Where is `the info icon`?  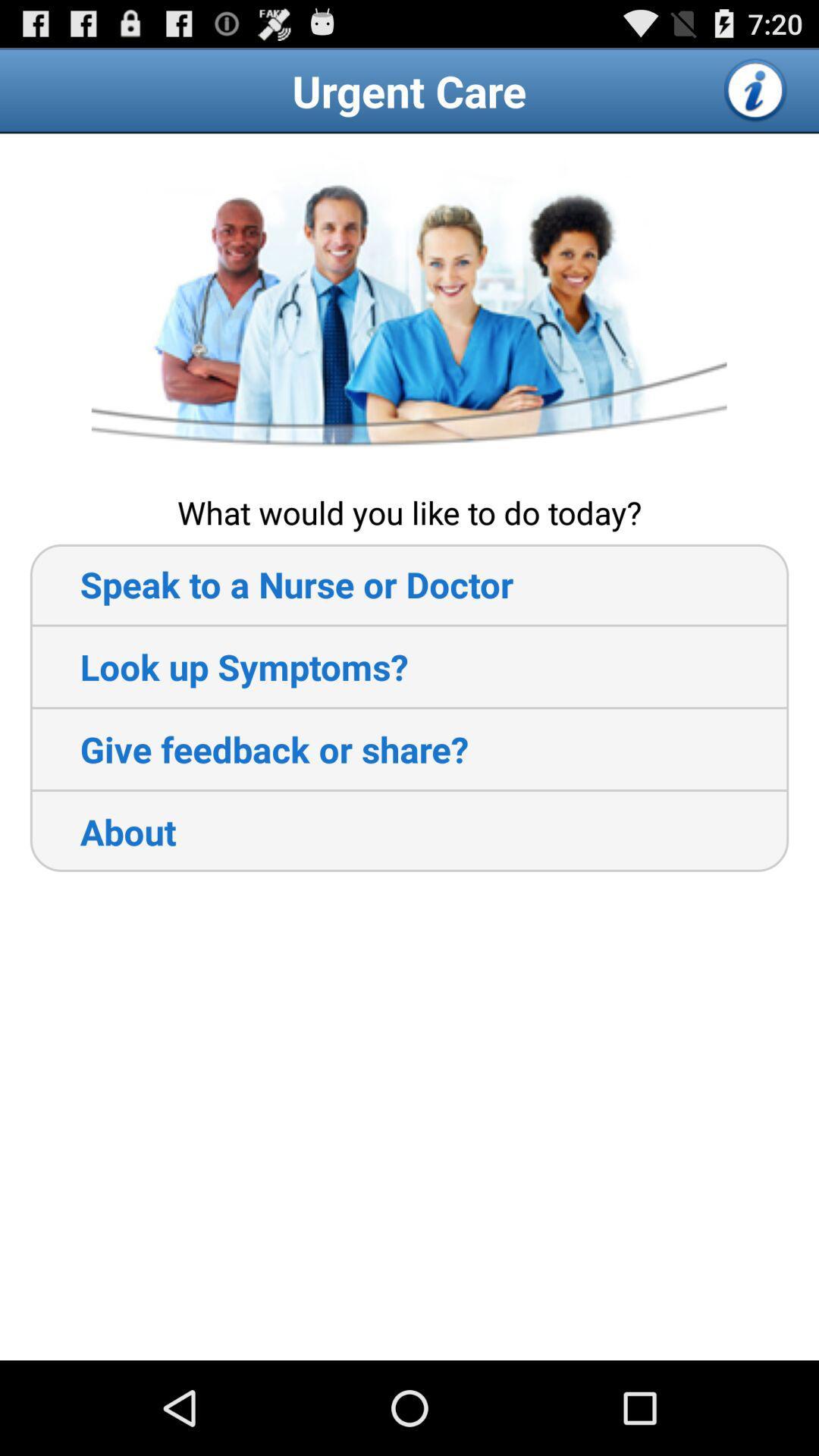 the info icon is located at coordinates (756, 96).